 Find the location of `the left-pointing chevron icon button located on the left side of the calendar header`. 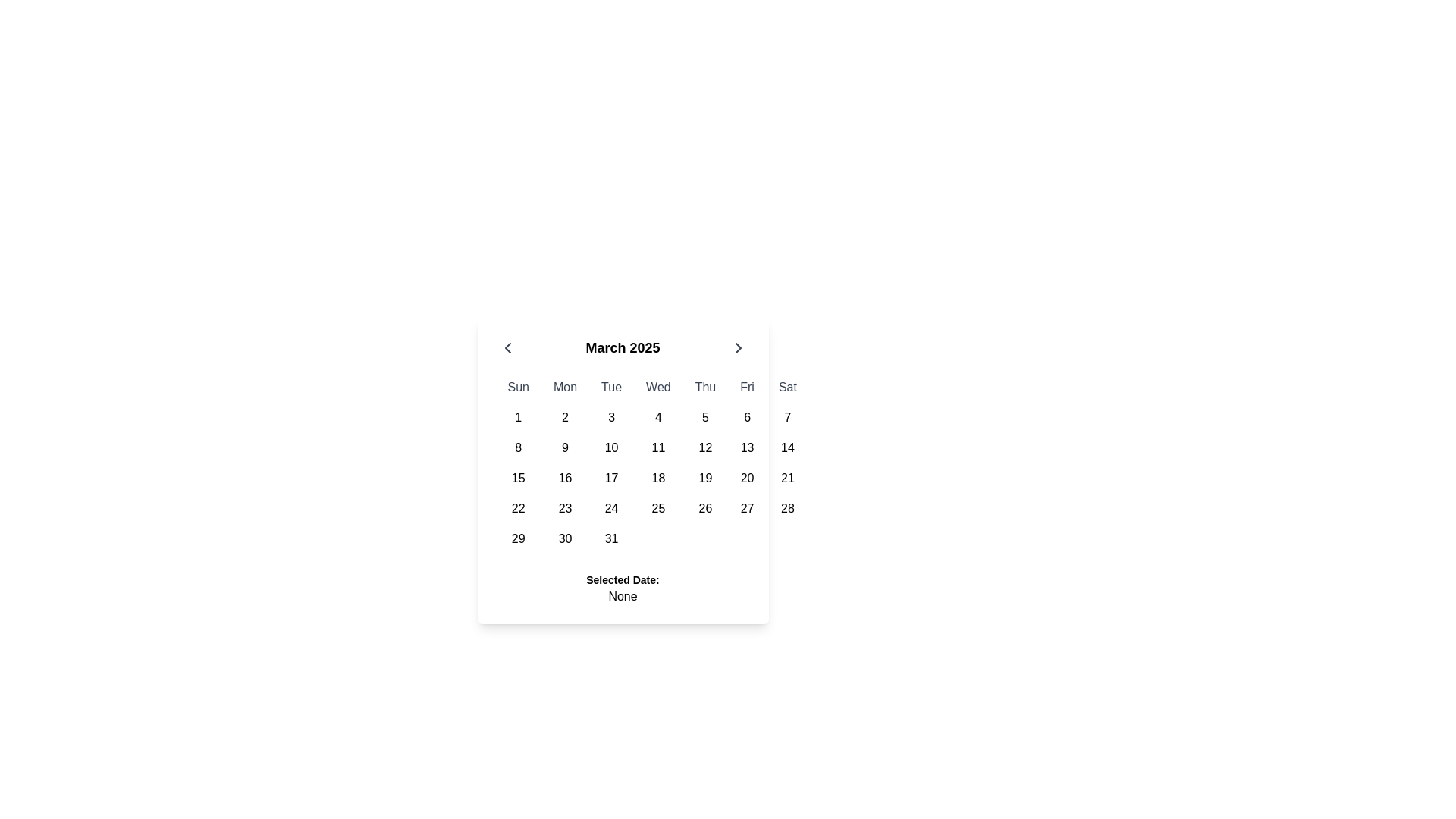

the left-pointing chevron icon button located on the left side of the calendar header is located at coordinates (507, 348).